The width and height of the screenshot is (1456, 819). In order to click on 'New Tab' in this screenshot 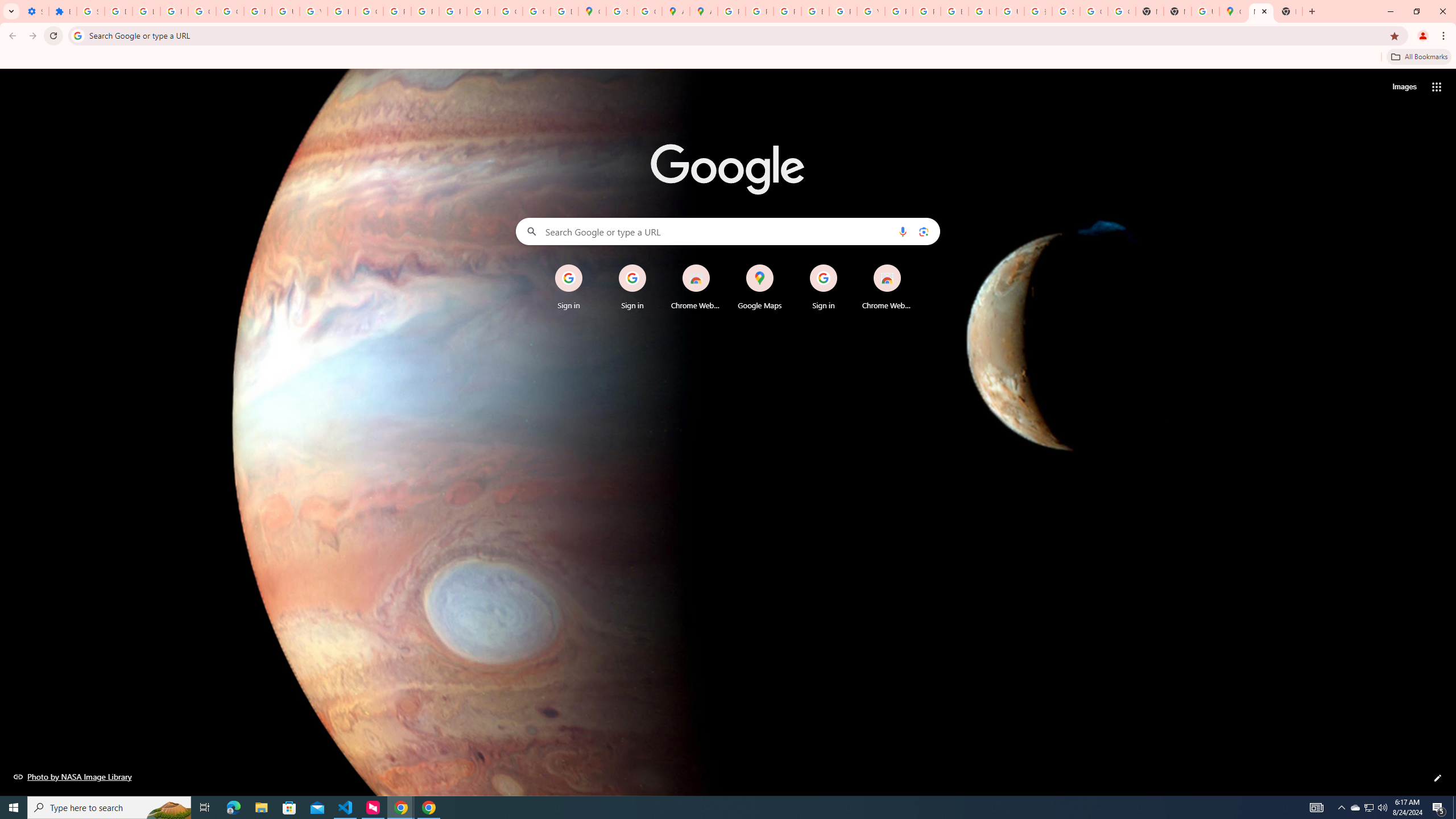, I will do `click(1260, 11)`.